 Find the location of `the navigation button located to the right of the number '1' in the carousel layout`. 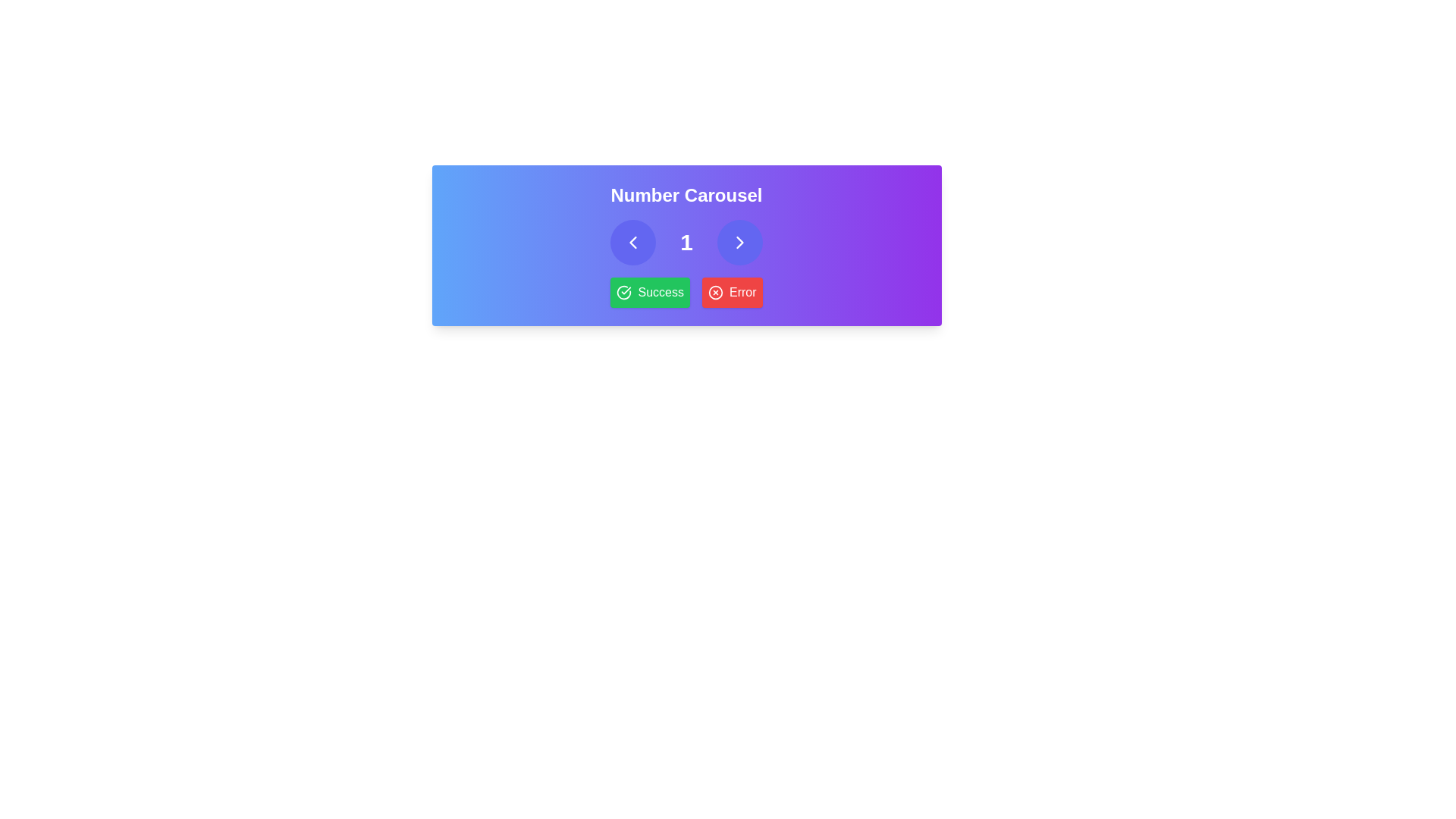

the navigation button located to the right of the number '1' in the carousel layout is located at coordinates (739, 242).